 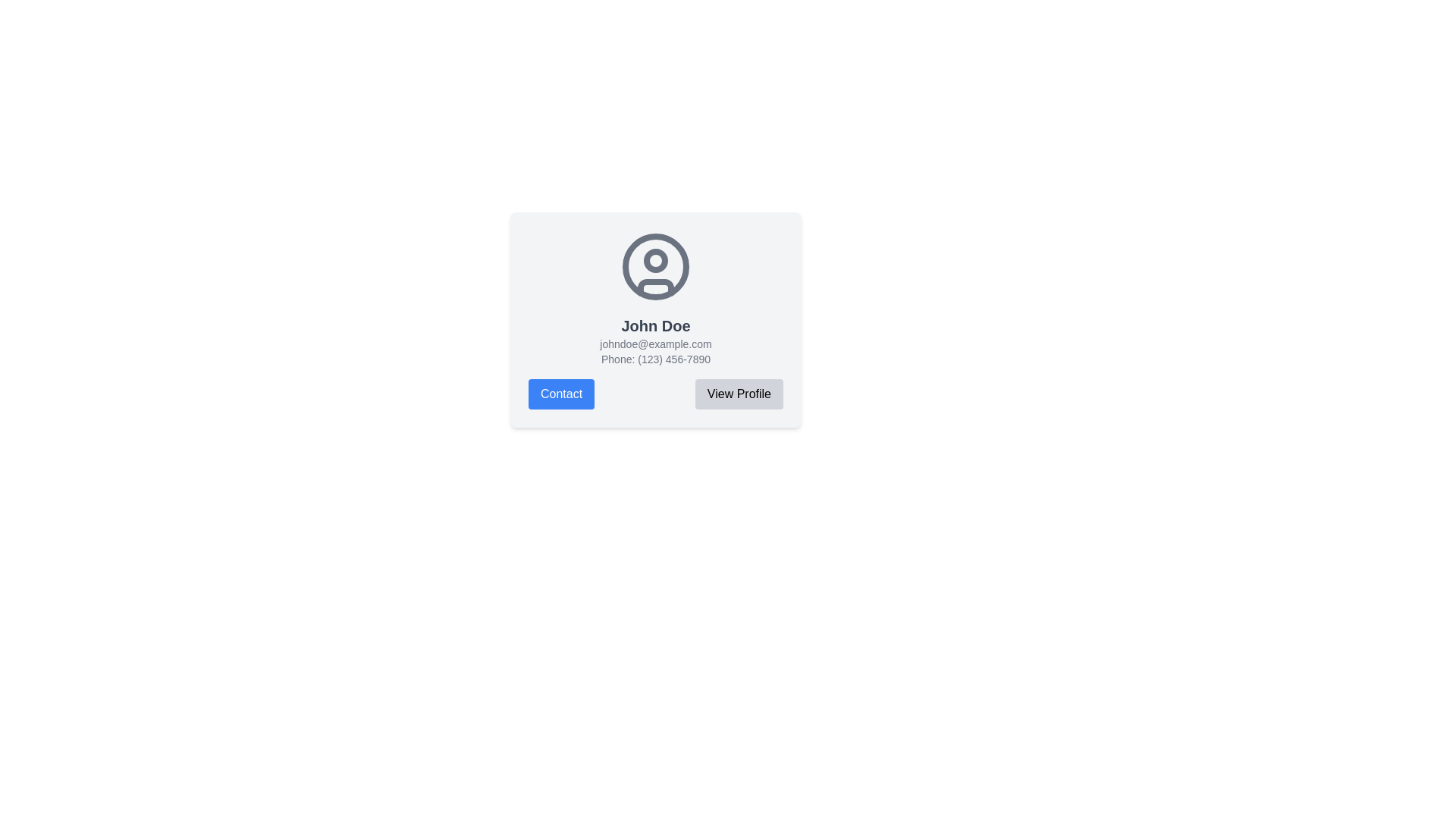 I want to click on the circular SVG element representing a user, which has a gray outline and is centered within the user icon component at the top of the profile card, so click(x=655, y=265).